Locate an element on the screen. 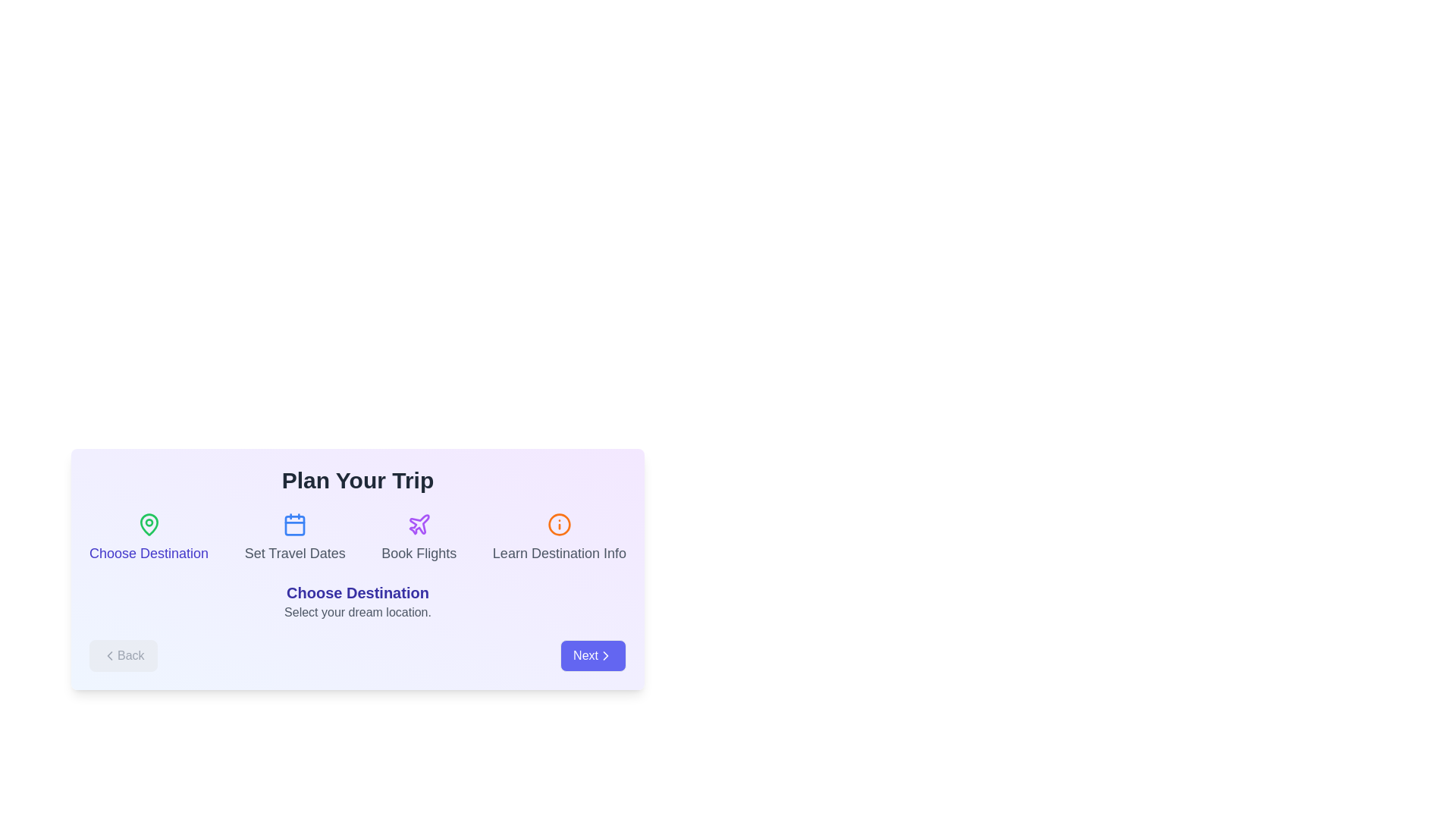  the informative text block that introduces users to selecting a travel destination, located below the row of icons and headings is located at coordinates (356, 601).